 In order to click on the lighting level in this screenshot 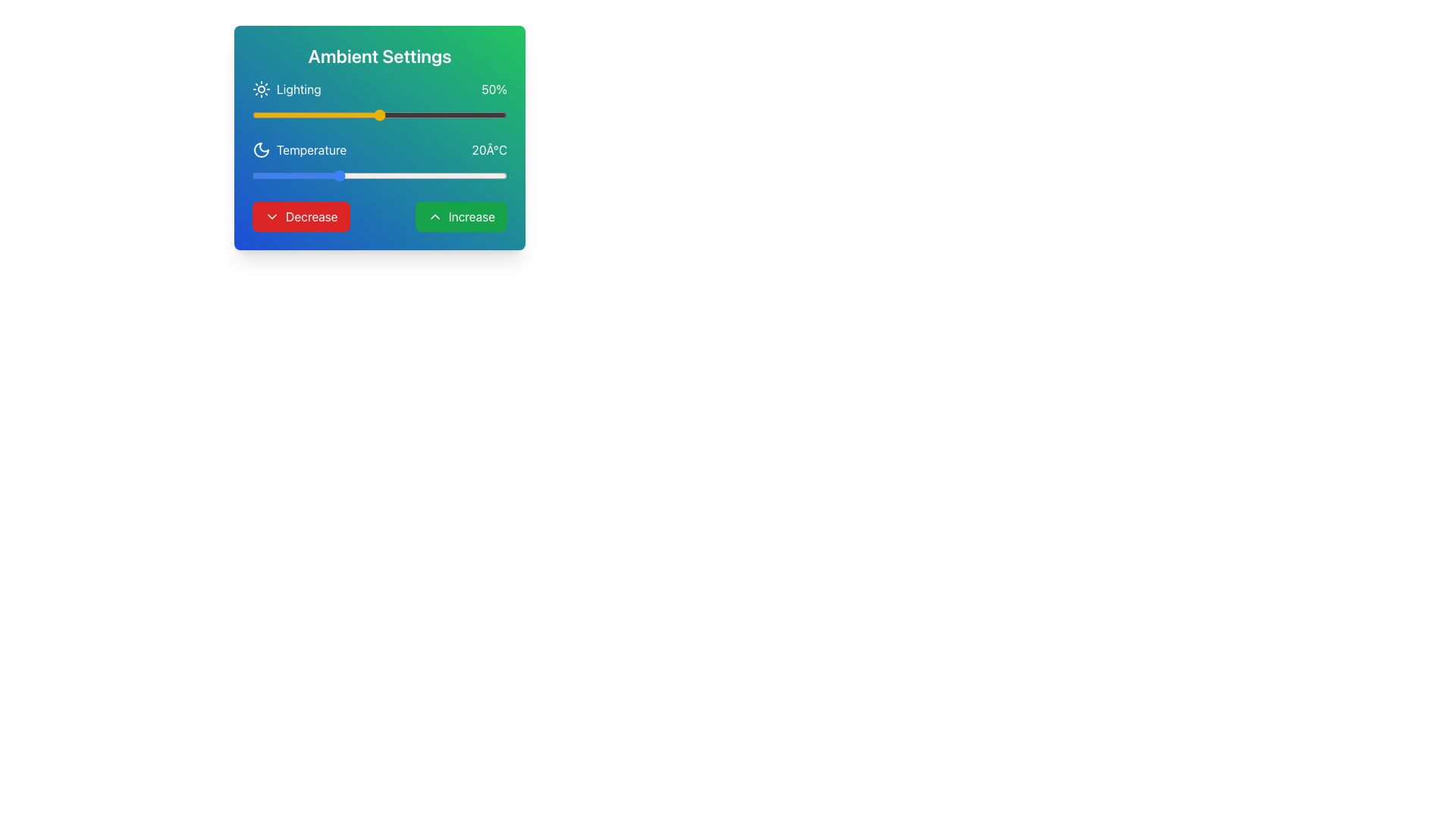, I will do `click(460, 114)`.